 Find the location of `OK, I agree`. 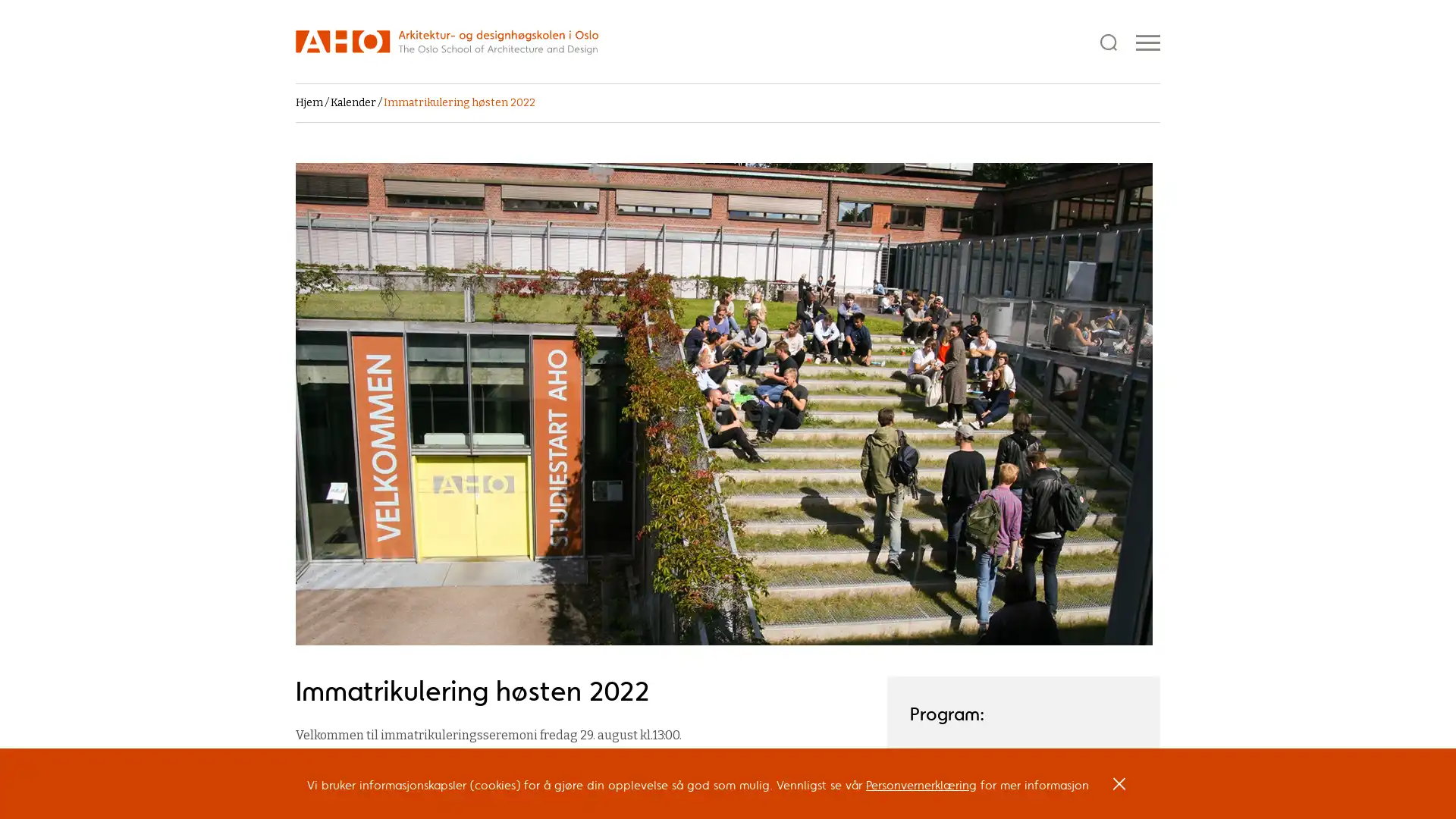

OK, I agree is located at coordinates (1119, 789).